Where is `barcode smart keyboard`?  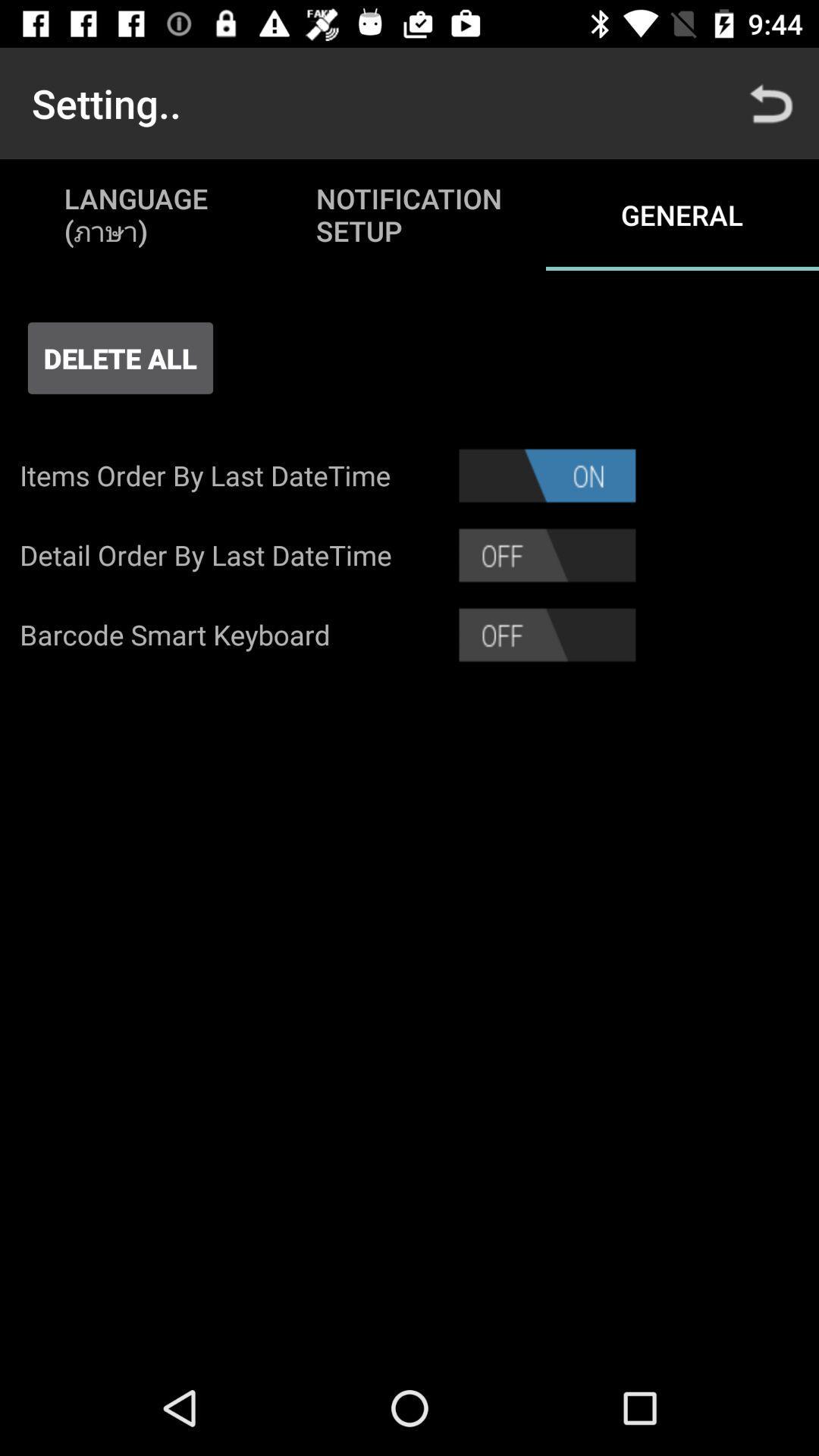
barcode smart keyboard is located at coordinates (547, 635).